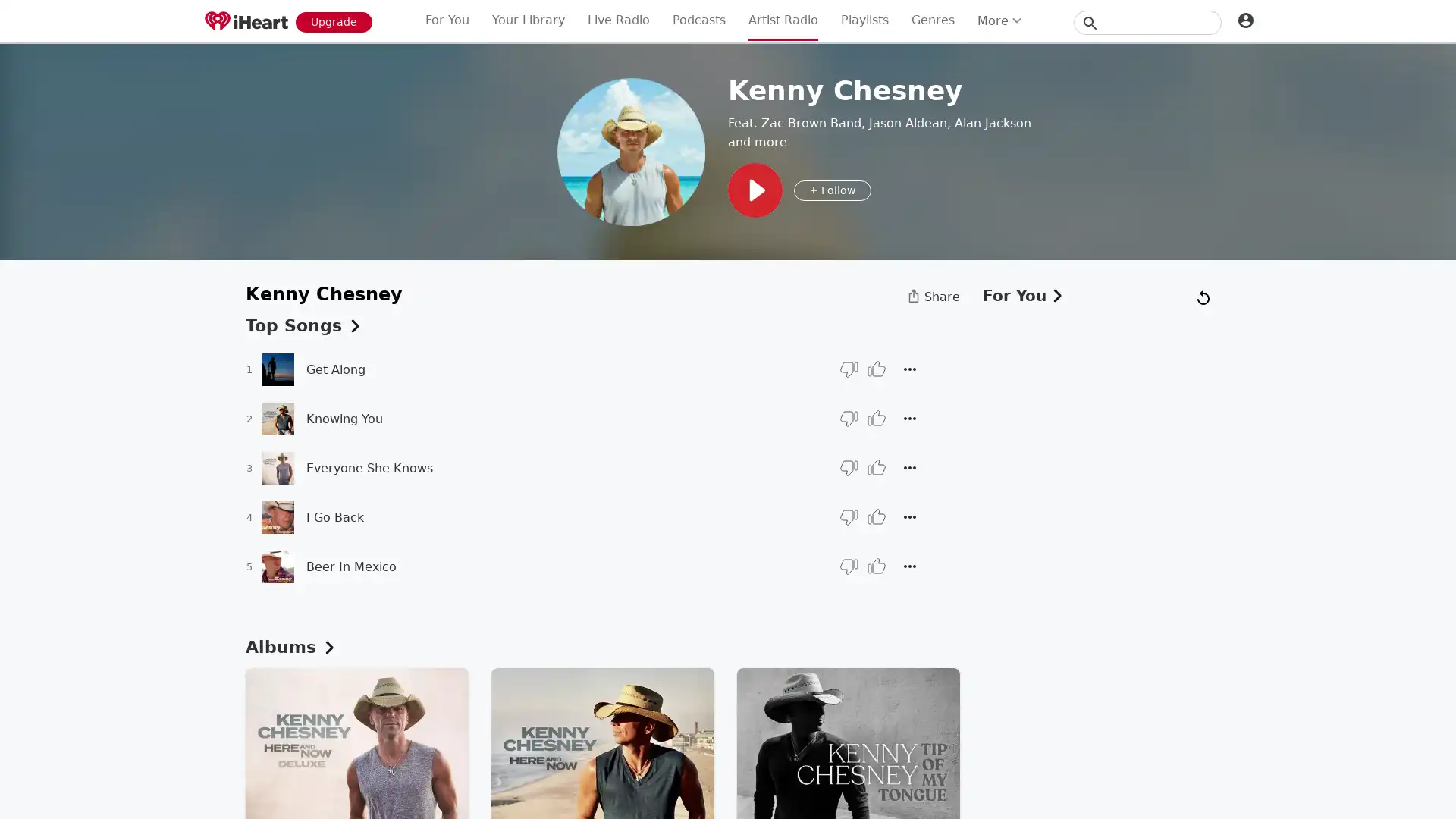 The width and height of the screenshot is (1456, 819). I want to click on Thumb Up, so click(1358, 789).